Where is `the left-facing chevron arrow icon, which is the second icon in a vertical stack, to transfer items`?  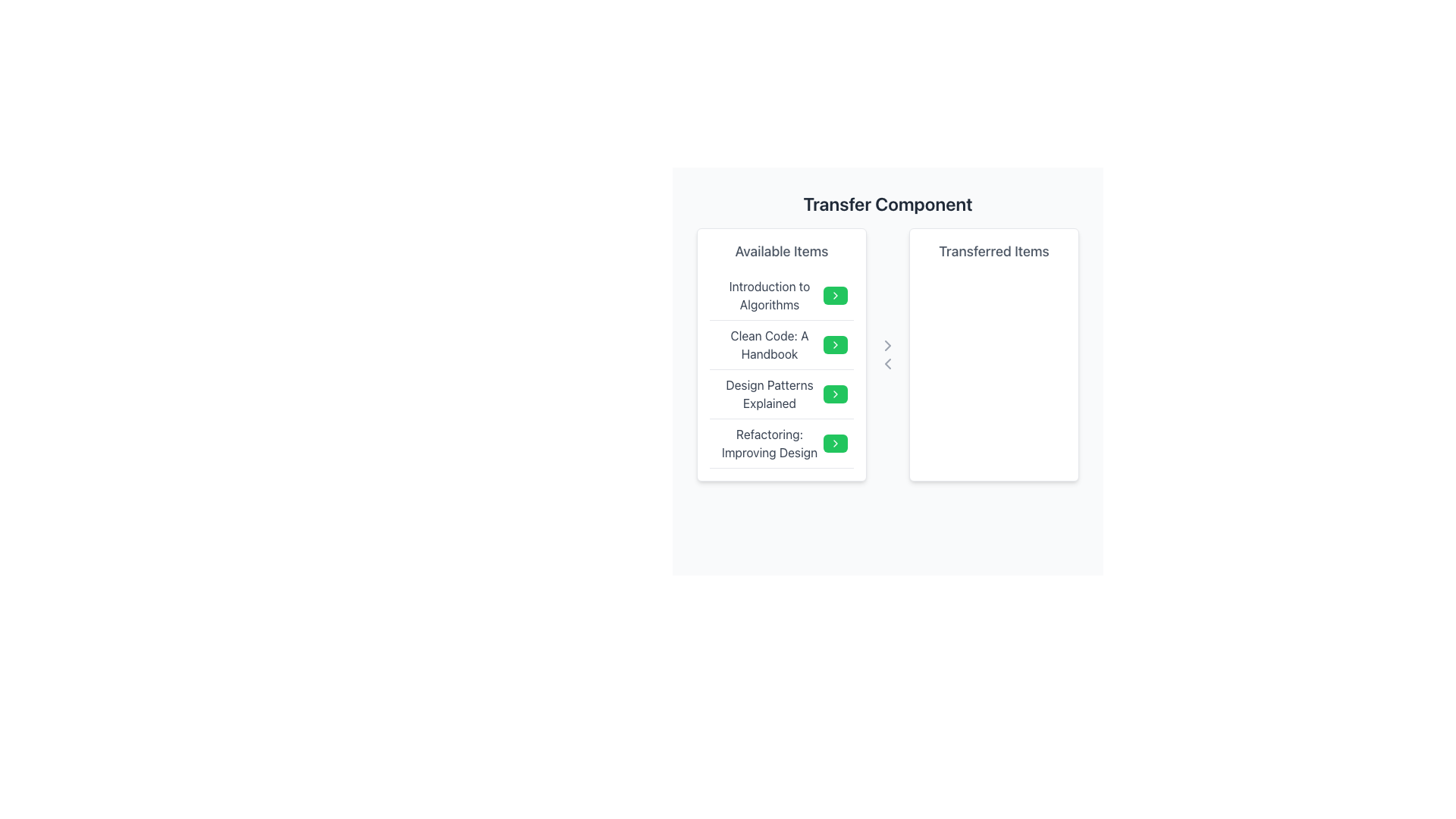 the left-facing chevron arrow icon, which is the second icon in a vertical stack, to transfer items is located at coordinates (888, 363).